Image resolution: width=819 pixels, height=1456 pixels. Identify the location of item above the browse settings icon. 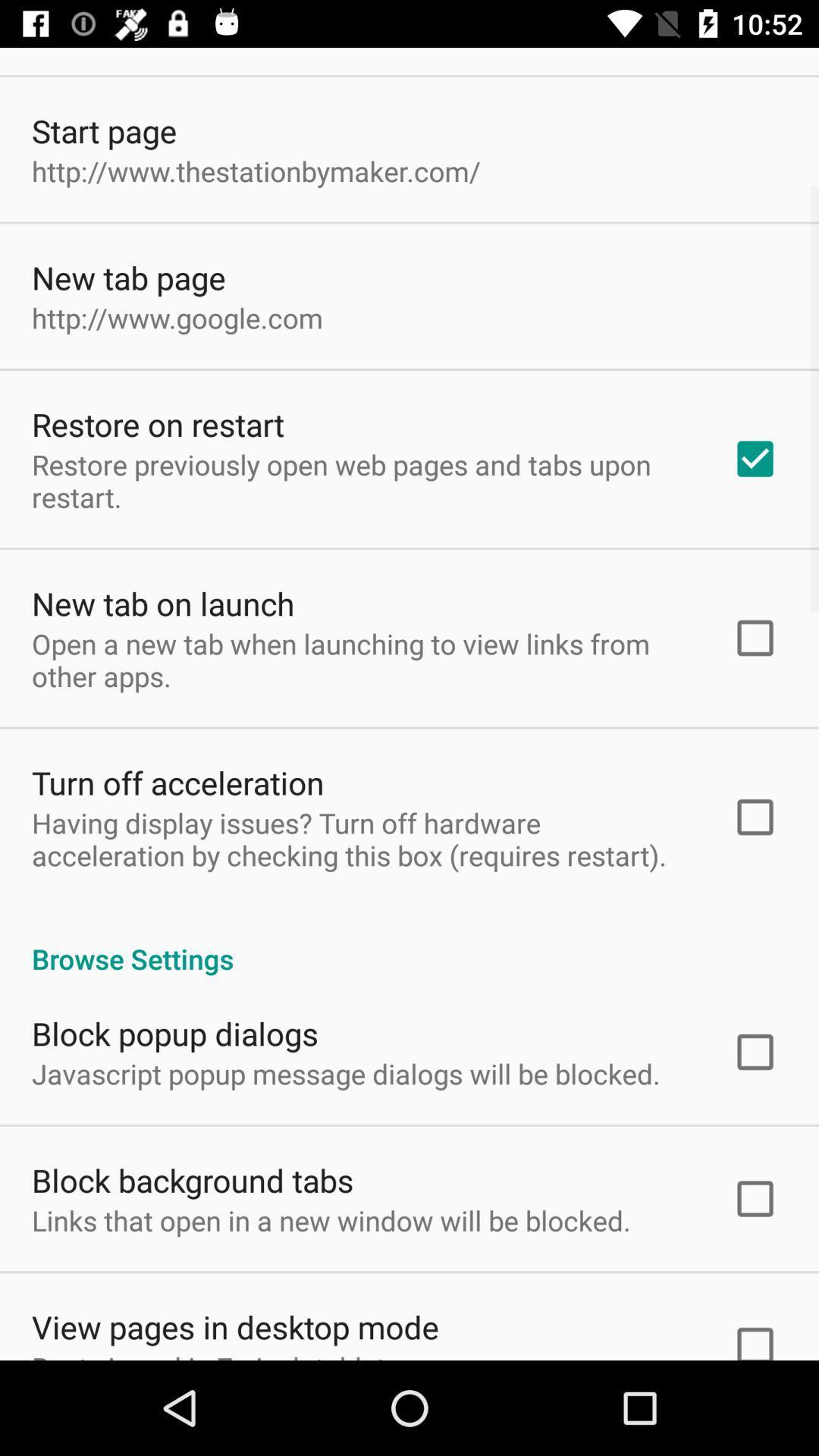
(362, 838).